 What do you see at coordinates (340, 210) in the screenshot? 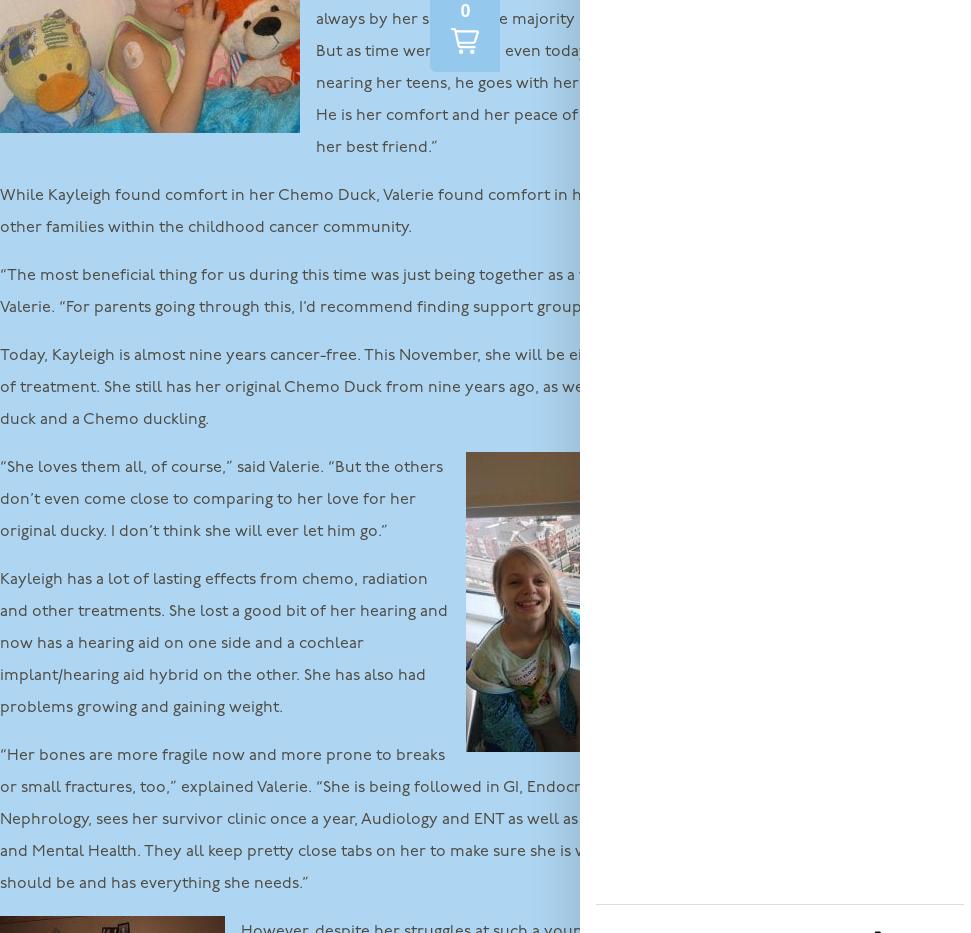
I see `'While Kayleigh found comfort in her Chemo Duck, Valerie found comfort in her family and other families within the childhood cancer community.'` at bounding box center [340, 210].